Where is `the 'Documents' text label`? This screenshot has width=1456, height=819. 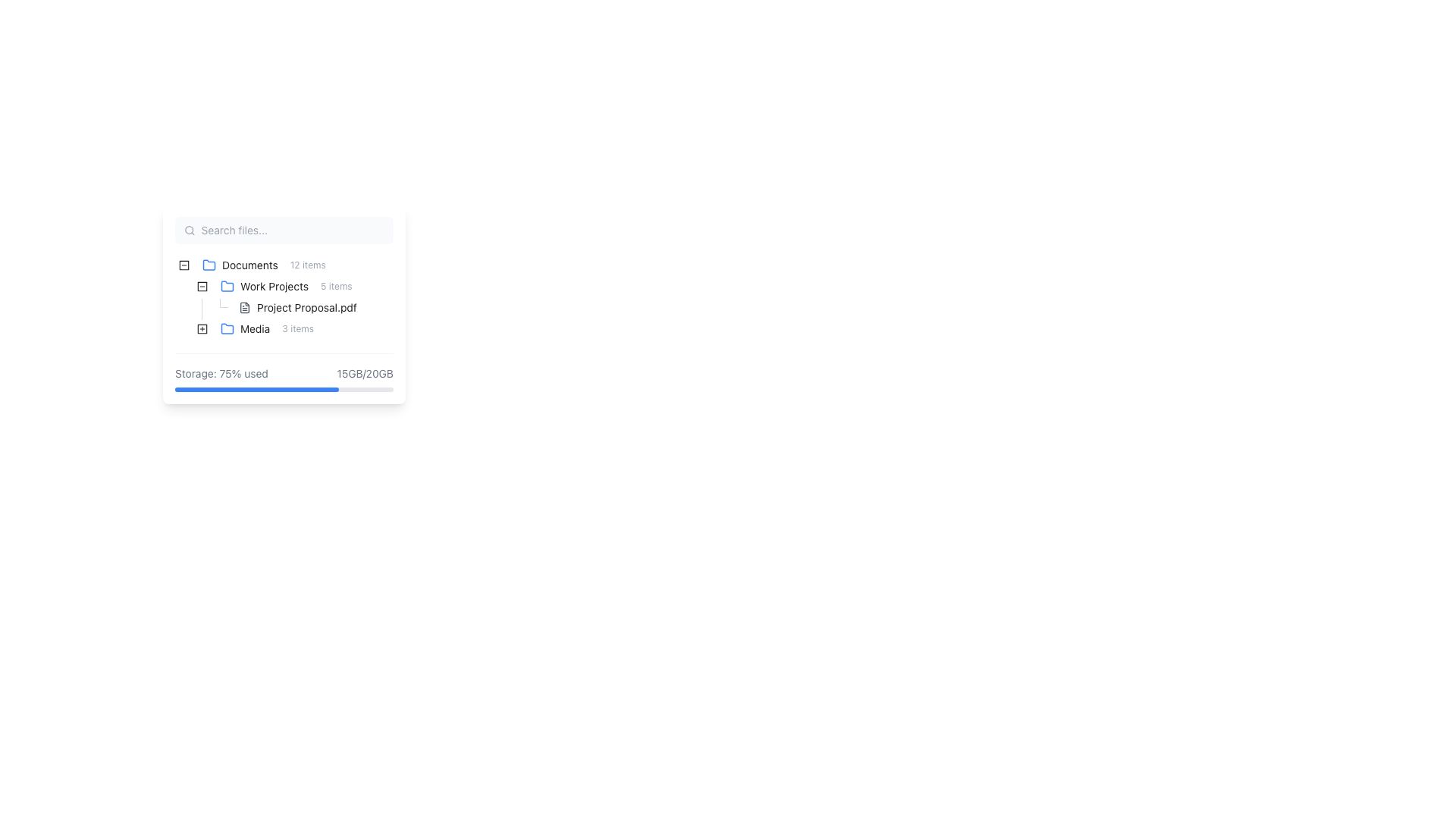
the 'Documents' text label is located at coordinates (249, 265).